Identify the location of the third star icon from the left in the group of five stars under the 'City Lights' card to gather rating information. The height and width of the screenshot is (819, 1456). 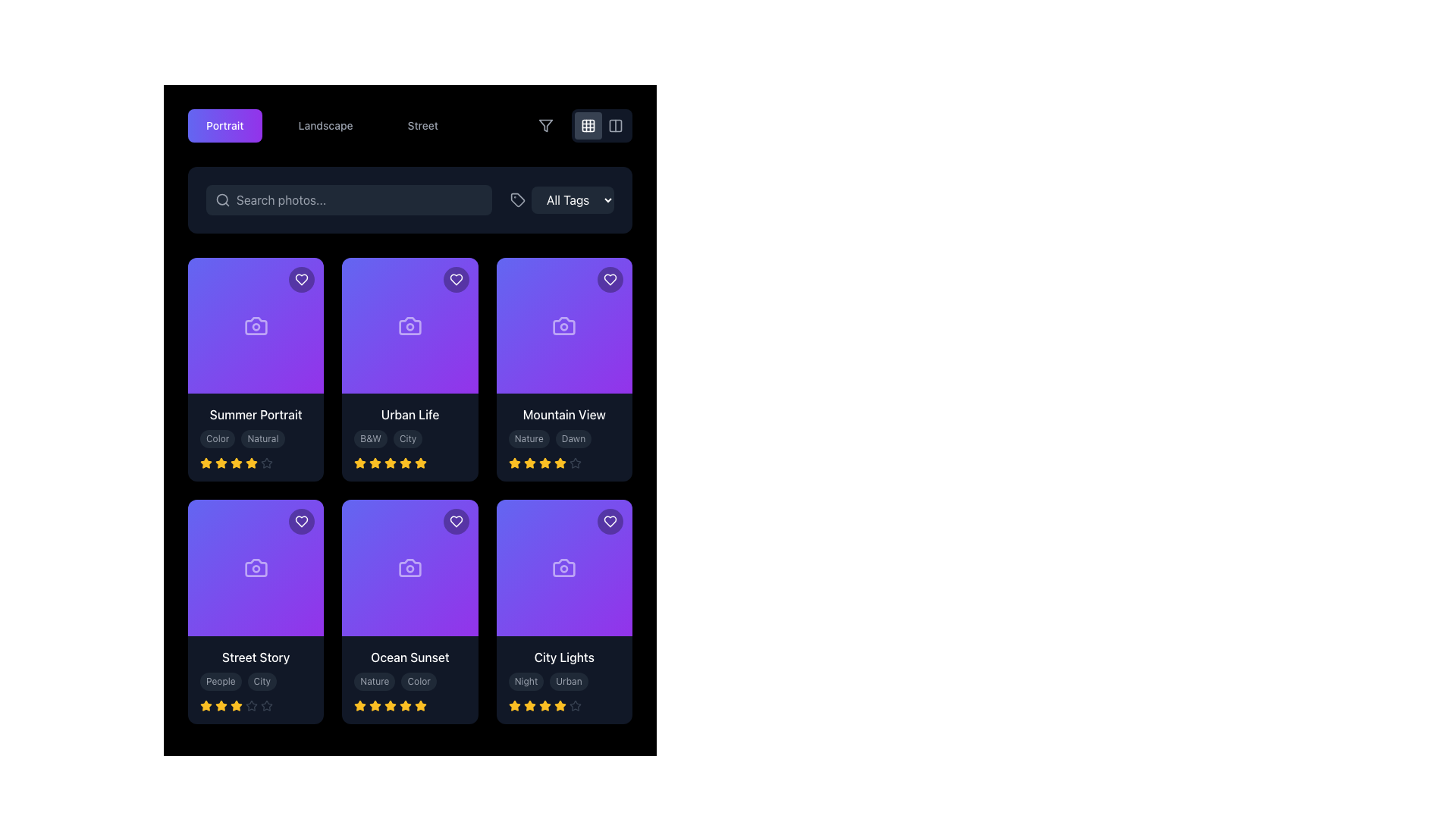
(529, 705).